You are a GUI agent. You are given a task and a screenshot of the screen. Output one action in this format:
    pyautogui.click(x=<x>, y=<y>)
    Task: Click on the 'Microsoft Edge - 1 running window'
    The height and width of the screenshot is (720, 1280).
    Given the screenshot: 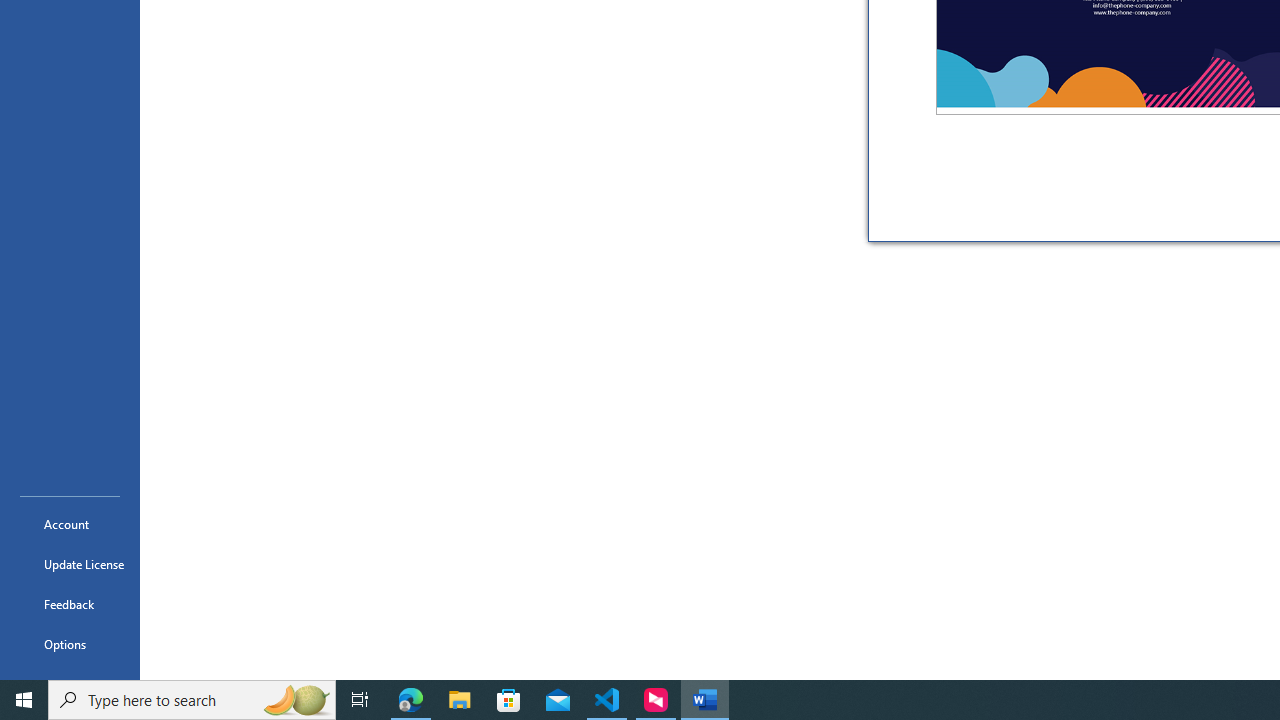 What is the action you would take?
    pyautogui.click(x=410, y=698)
    